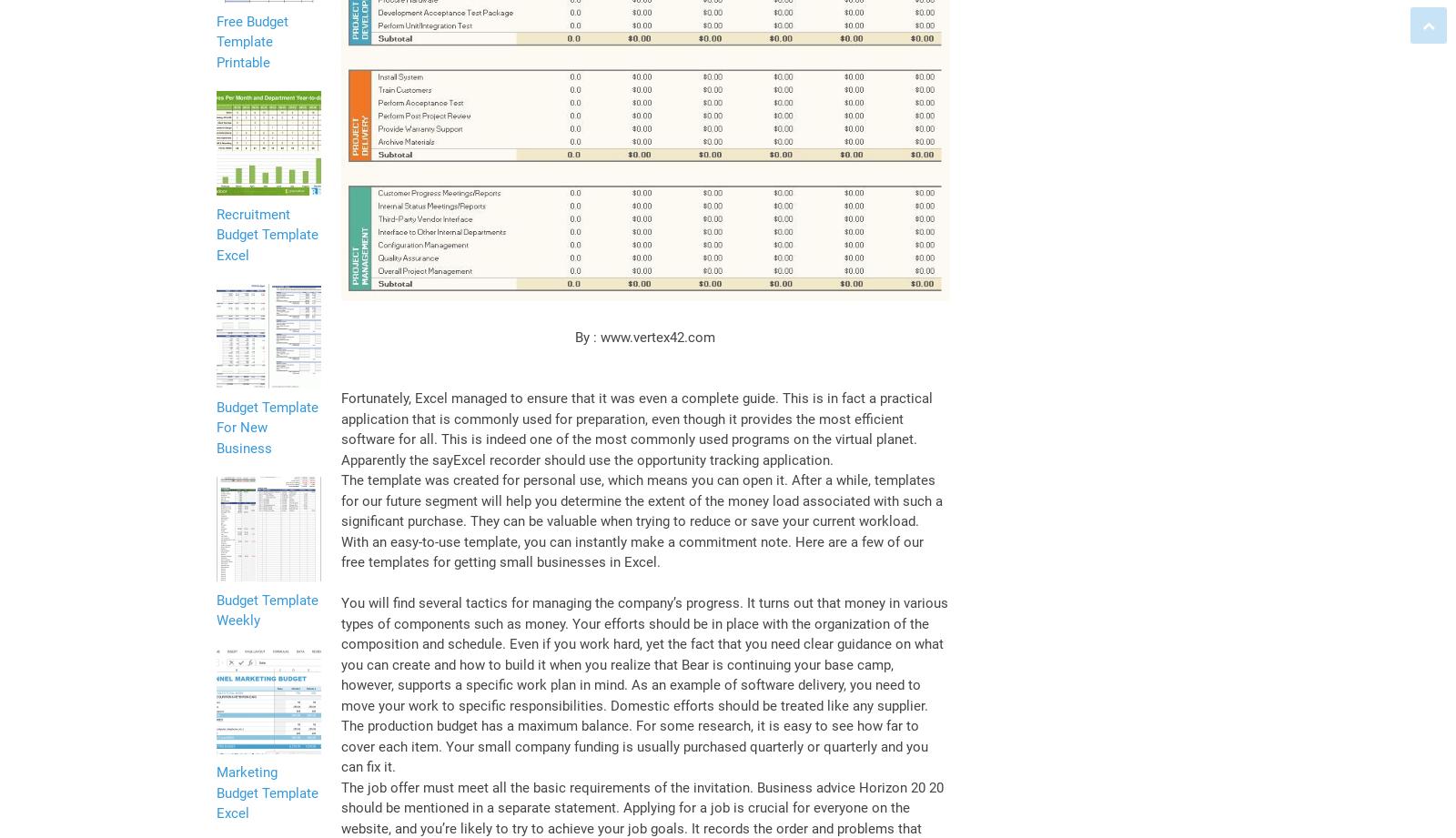  What do you see at coordinates (642, 520) in the screenshot?
I see `'The template was created for personal use, which means you can open it. After a while, templates for our future segment will help you determine the extent of the money load associated with such a significant purchase. They can be valuable when trying to reduce or save your current workload. With an easy-to-use template, you can instantly make a commitment note. Here are a few of our free templates for getting small businesses in Excel.'` at bounding box center [642, 520].